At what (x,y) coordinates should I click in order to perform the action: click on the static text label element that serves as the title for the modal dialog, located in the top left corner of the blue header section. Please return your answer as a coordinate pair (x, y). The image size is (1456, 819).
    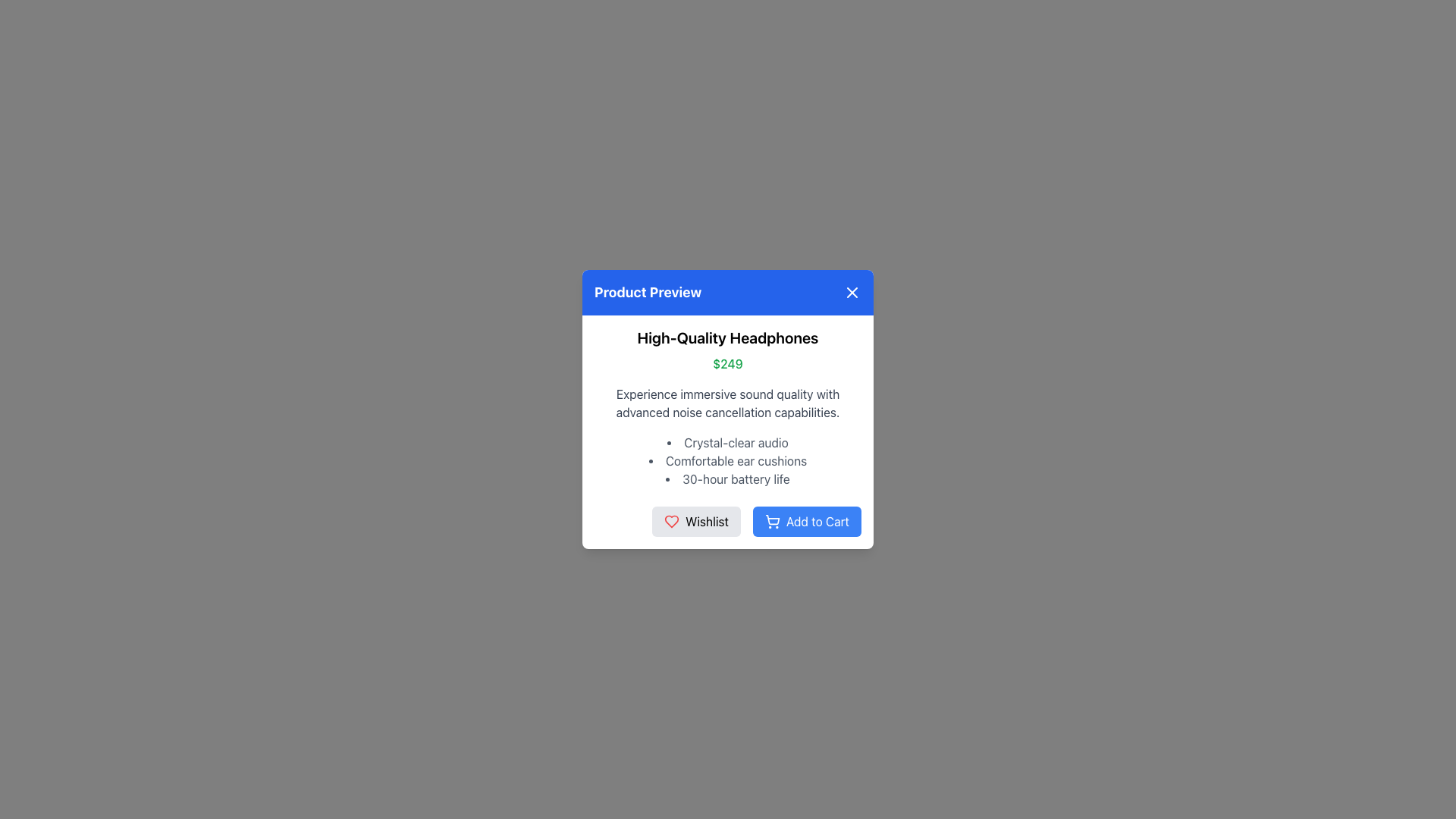
    Looking at the image, I should click on (648, 292).